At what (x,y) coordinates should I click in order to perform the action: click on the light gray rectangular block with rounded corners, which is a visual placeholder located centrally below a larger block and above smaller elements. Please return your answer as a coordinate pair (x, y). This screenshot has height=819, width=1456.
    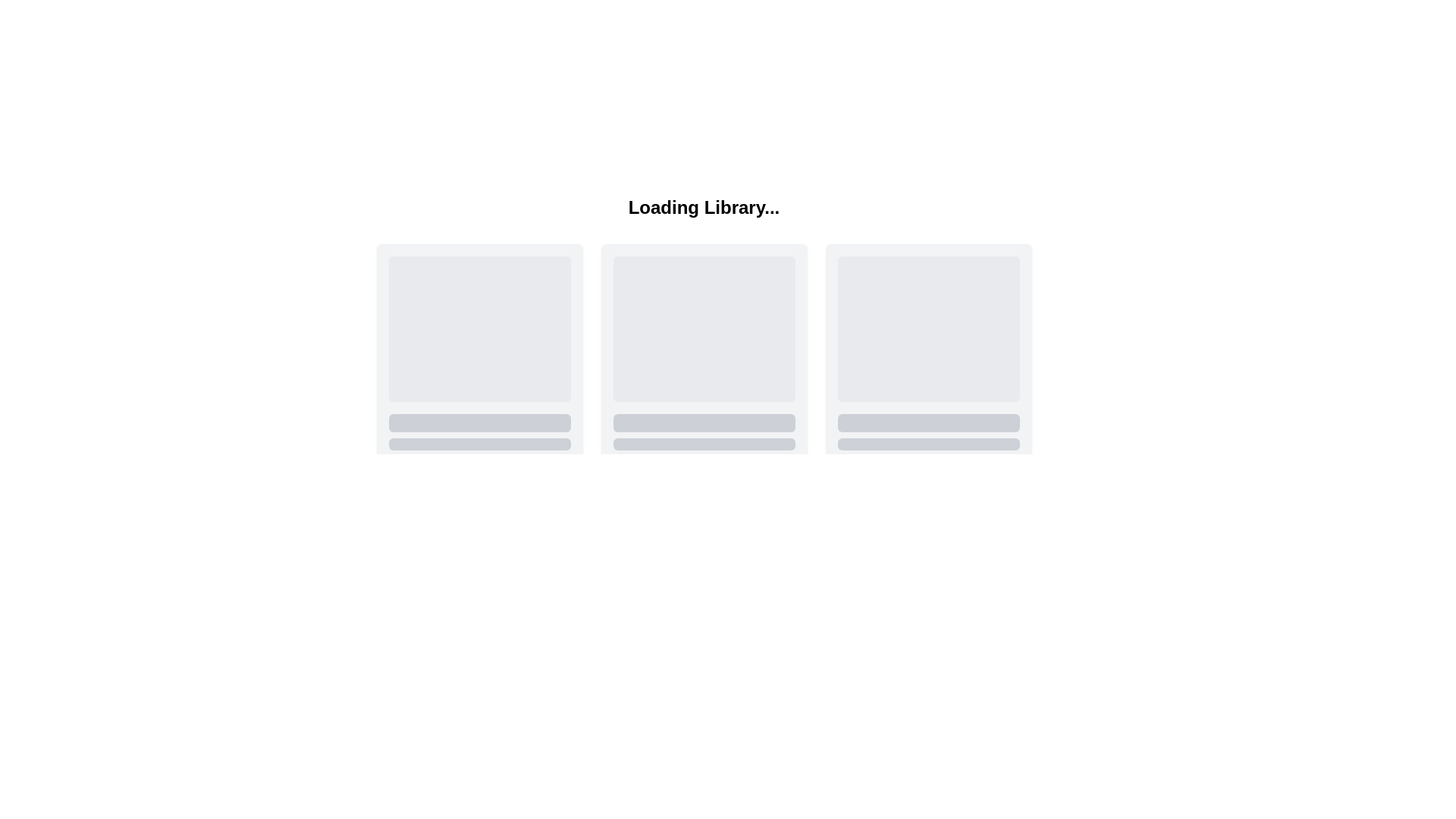
    Looking at the image, I should click on (703, 423).